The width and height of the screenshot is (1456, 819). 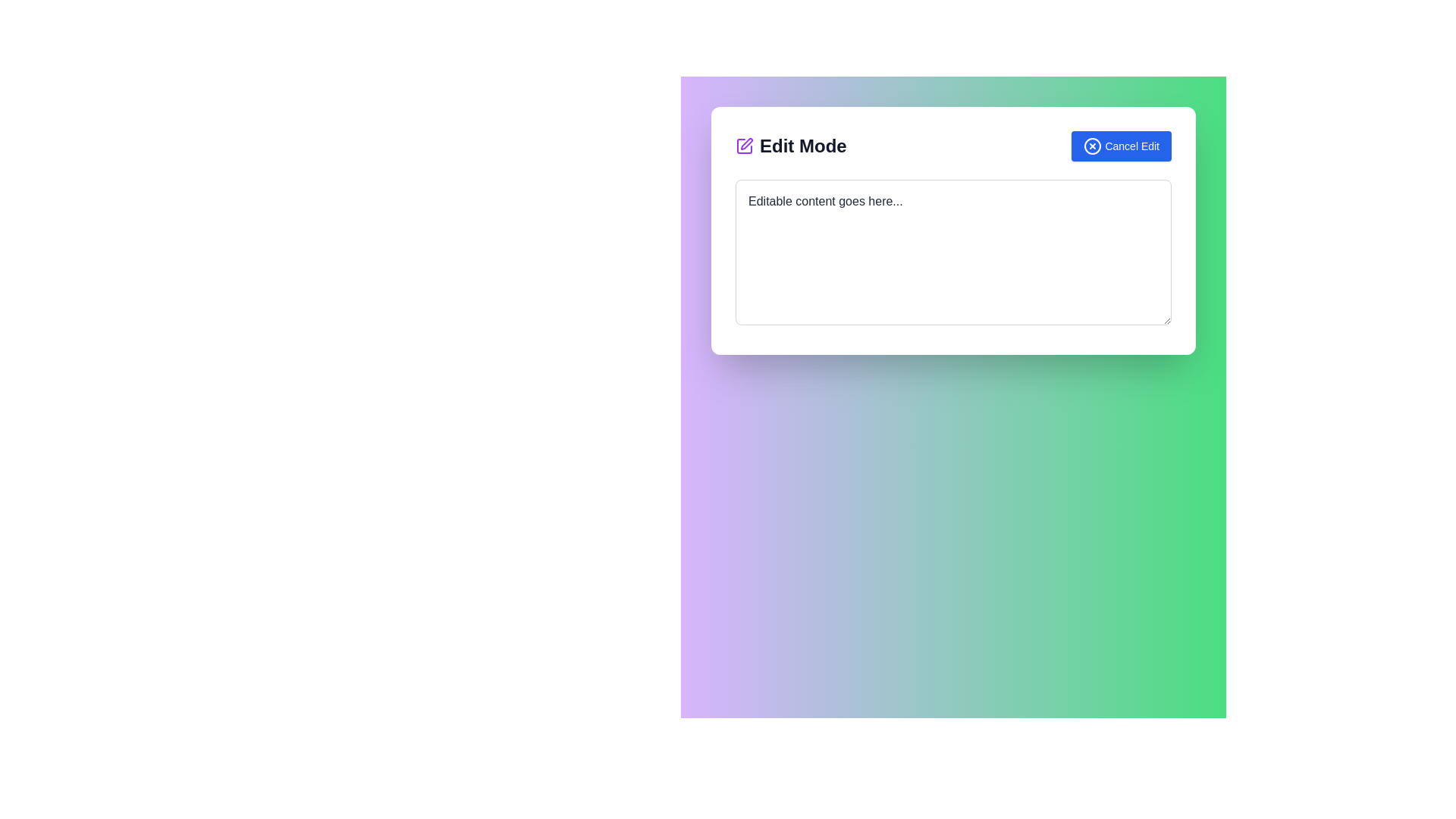 I want to click on the close or cancel icon located within the 'Cancel Edit' button at the top-right corner of the modal, which indicates the cancel functionality, so click(x=1093, y=146).